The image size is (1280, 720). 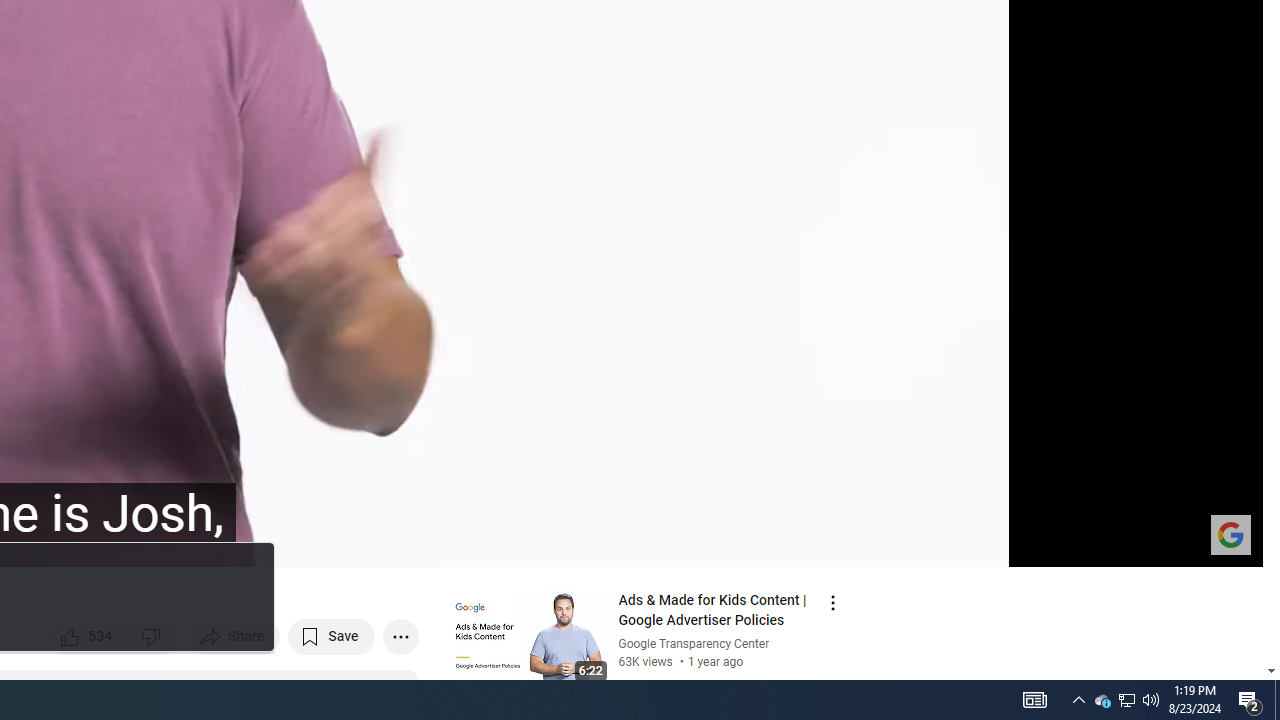 I want to click on 'Action menu', so click(x=832, y=602).